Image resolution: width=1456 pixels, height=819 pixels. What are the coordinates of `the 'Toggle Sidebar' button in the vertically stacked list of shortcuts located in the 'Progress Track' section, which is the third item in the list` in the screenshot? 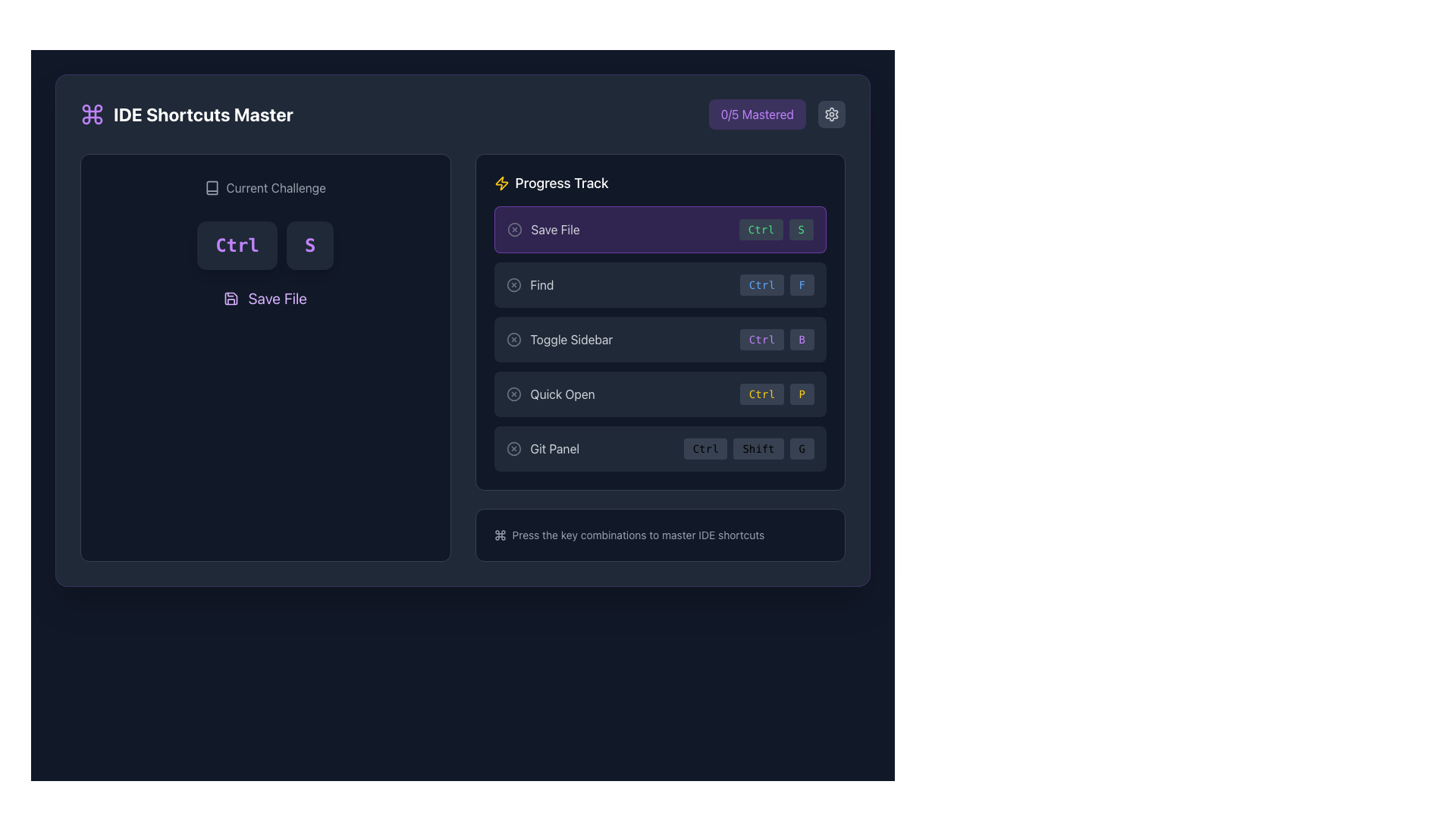 It's located at (660, 338).